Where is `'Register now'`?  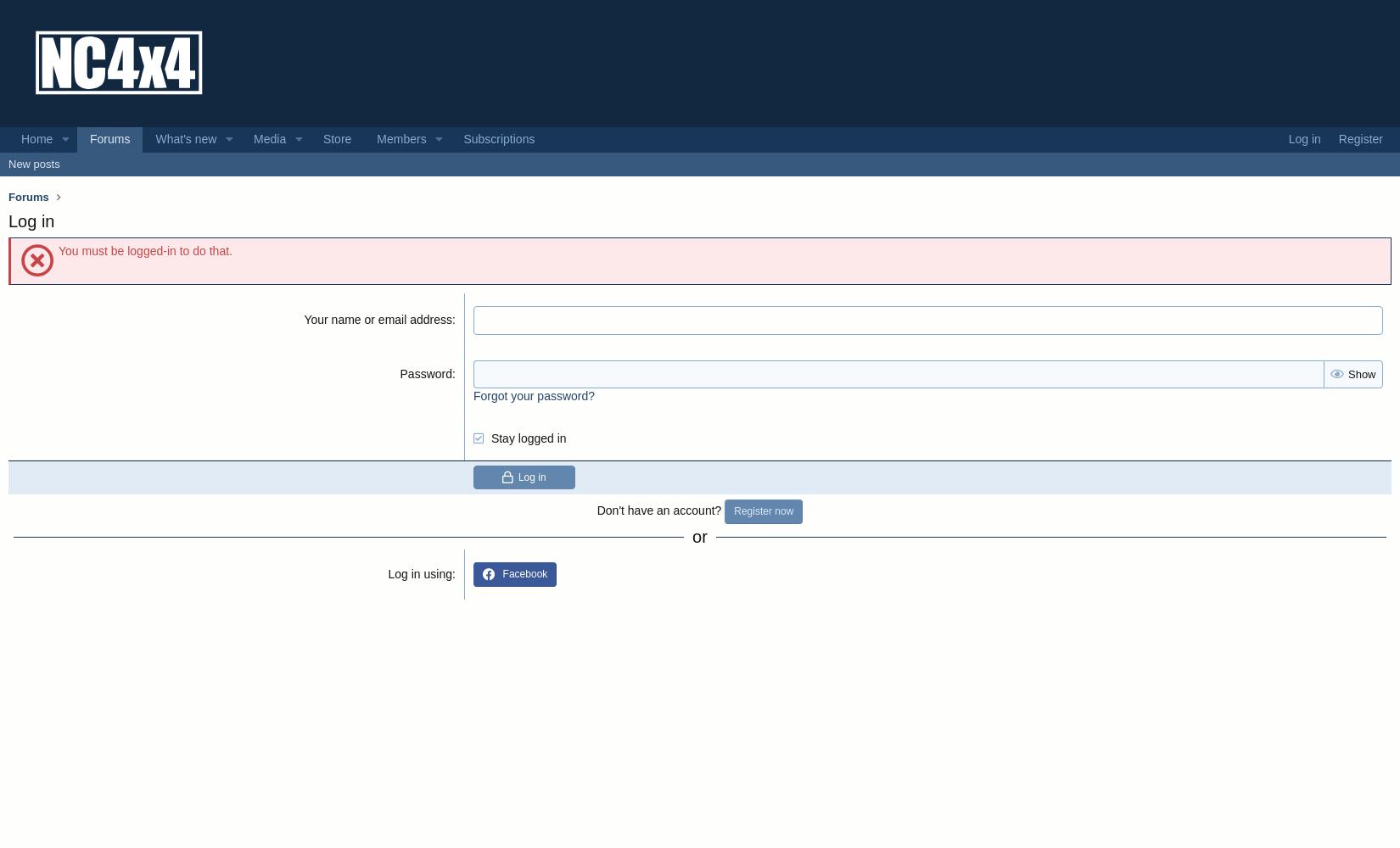 'Register now' is located at coordinates (764, 510).